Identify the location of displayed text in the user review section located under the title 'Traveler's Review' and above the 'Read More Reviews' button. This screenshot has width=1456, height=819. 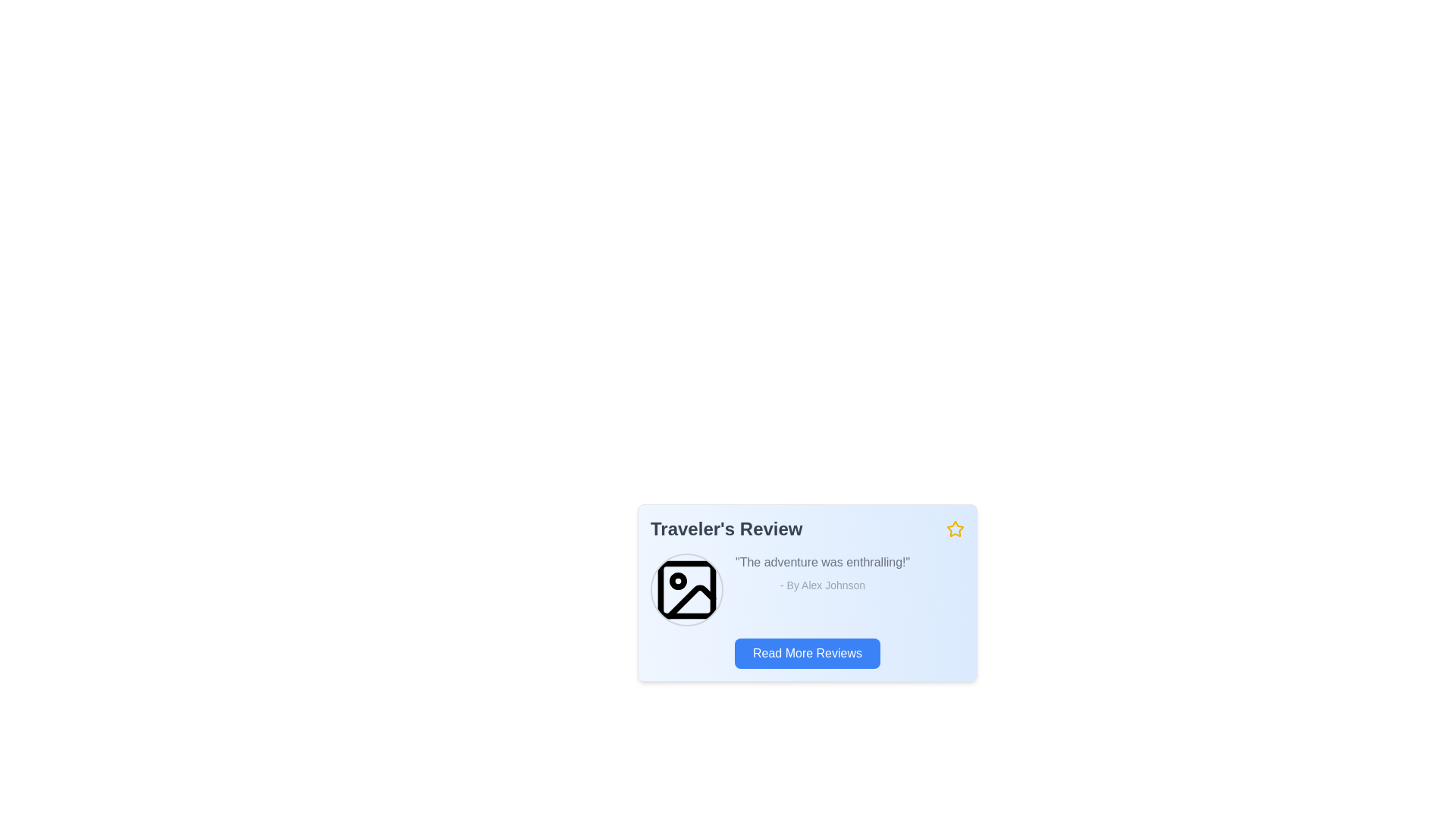
(807, 589).